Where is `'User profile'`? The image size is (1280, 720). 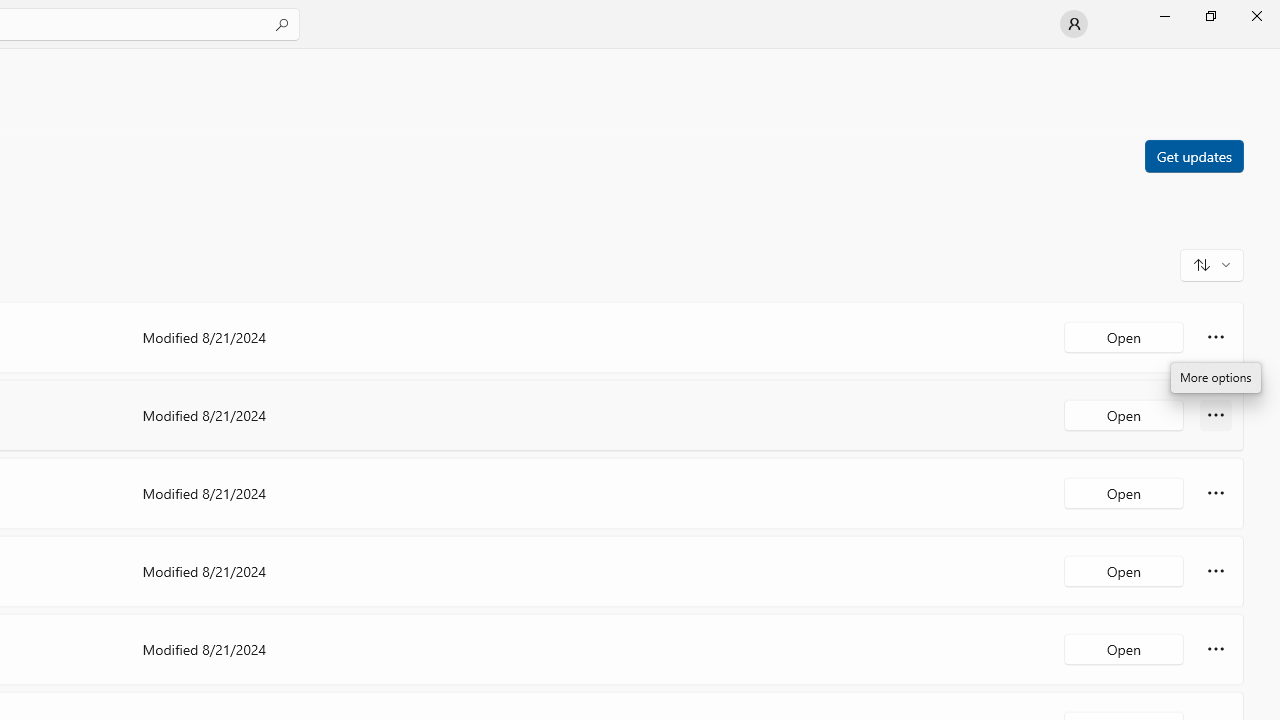 'User profile' is located at coordinates (1072, 24).